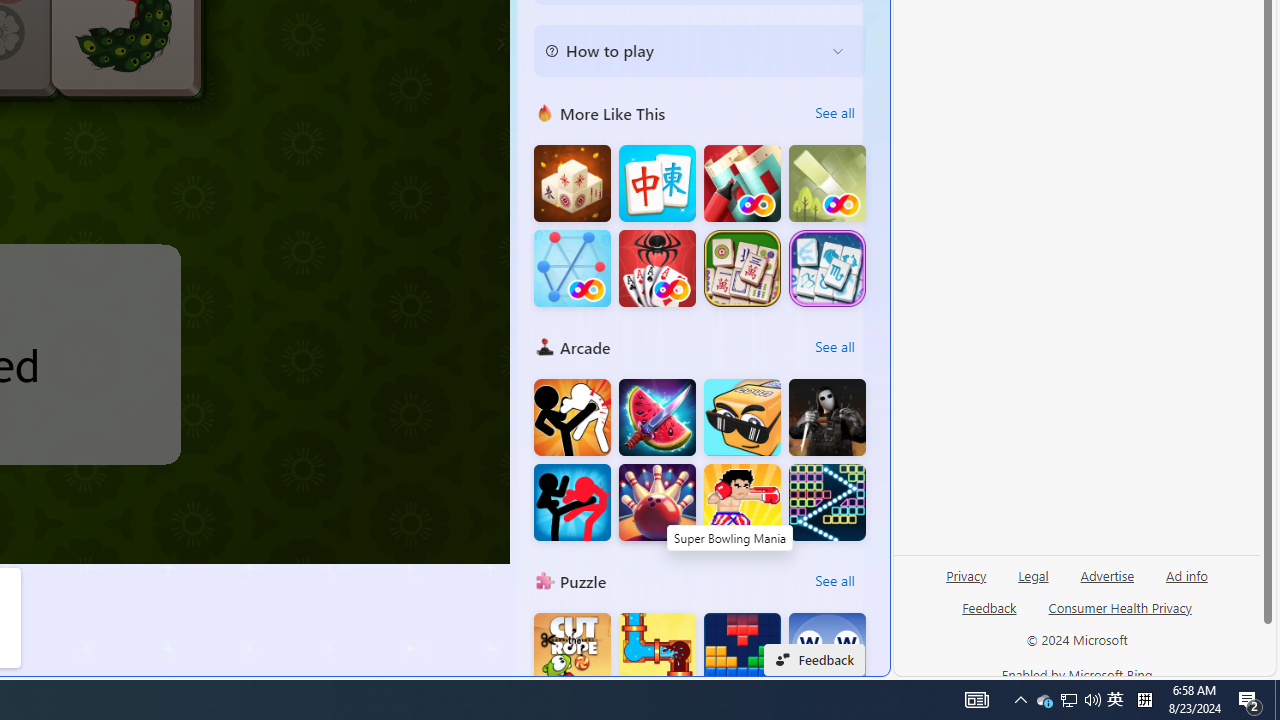  Describe the element at coordinates (827, 416) in the screenshot. I see `'Hunter Hitman'` at that location.